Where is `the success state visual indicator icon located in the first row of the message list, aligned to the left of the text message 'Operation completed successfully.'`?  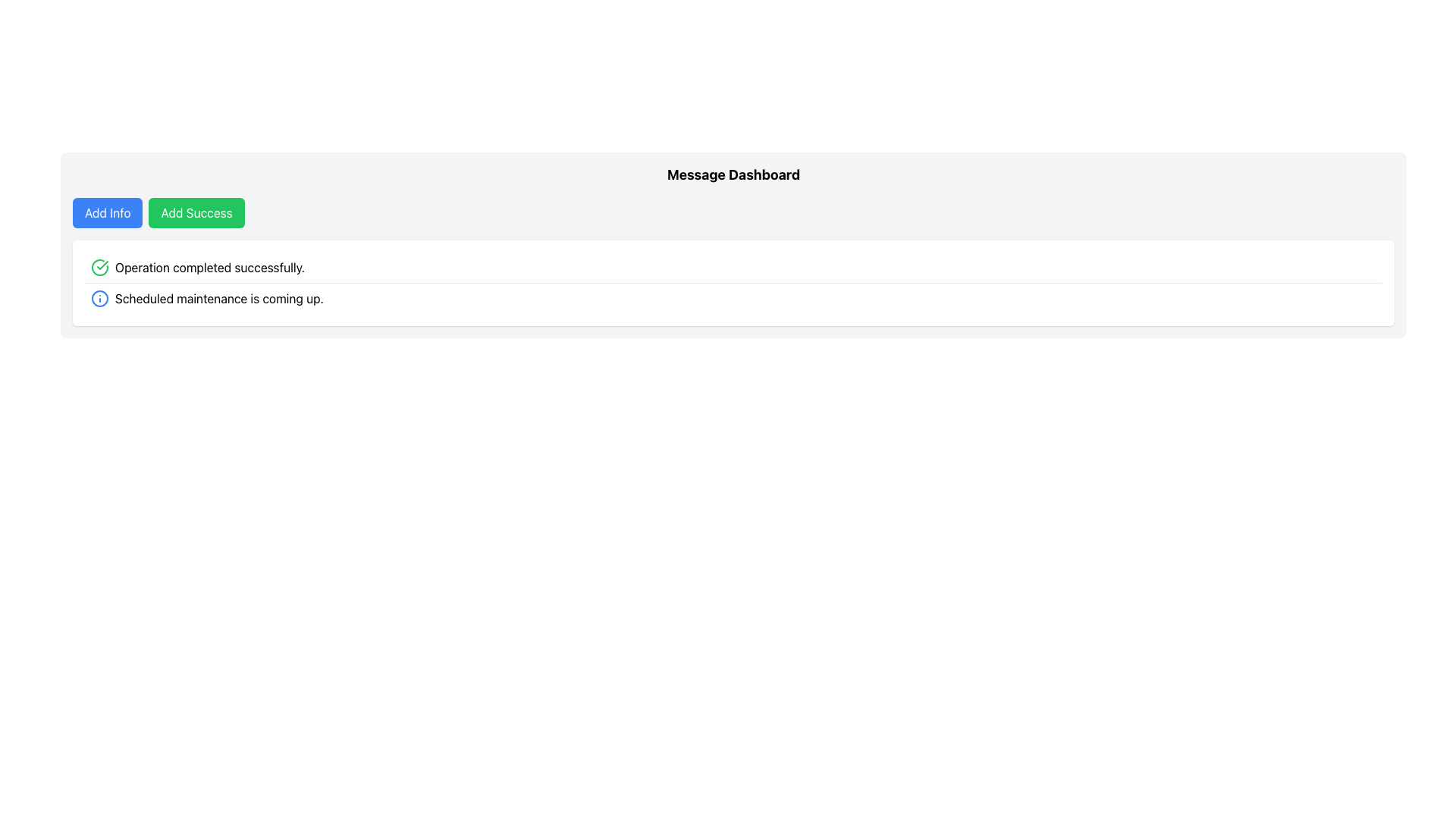
the success state visual indicator icon located in the first row of the message list, aligned to the left of the text message 'Operation completed successfully.' is located at coordinates (99, 267).